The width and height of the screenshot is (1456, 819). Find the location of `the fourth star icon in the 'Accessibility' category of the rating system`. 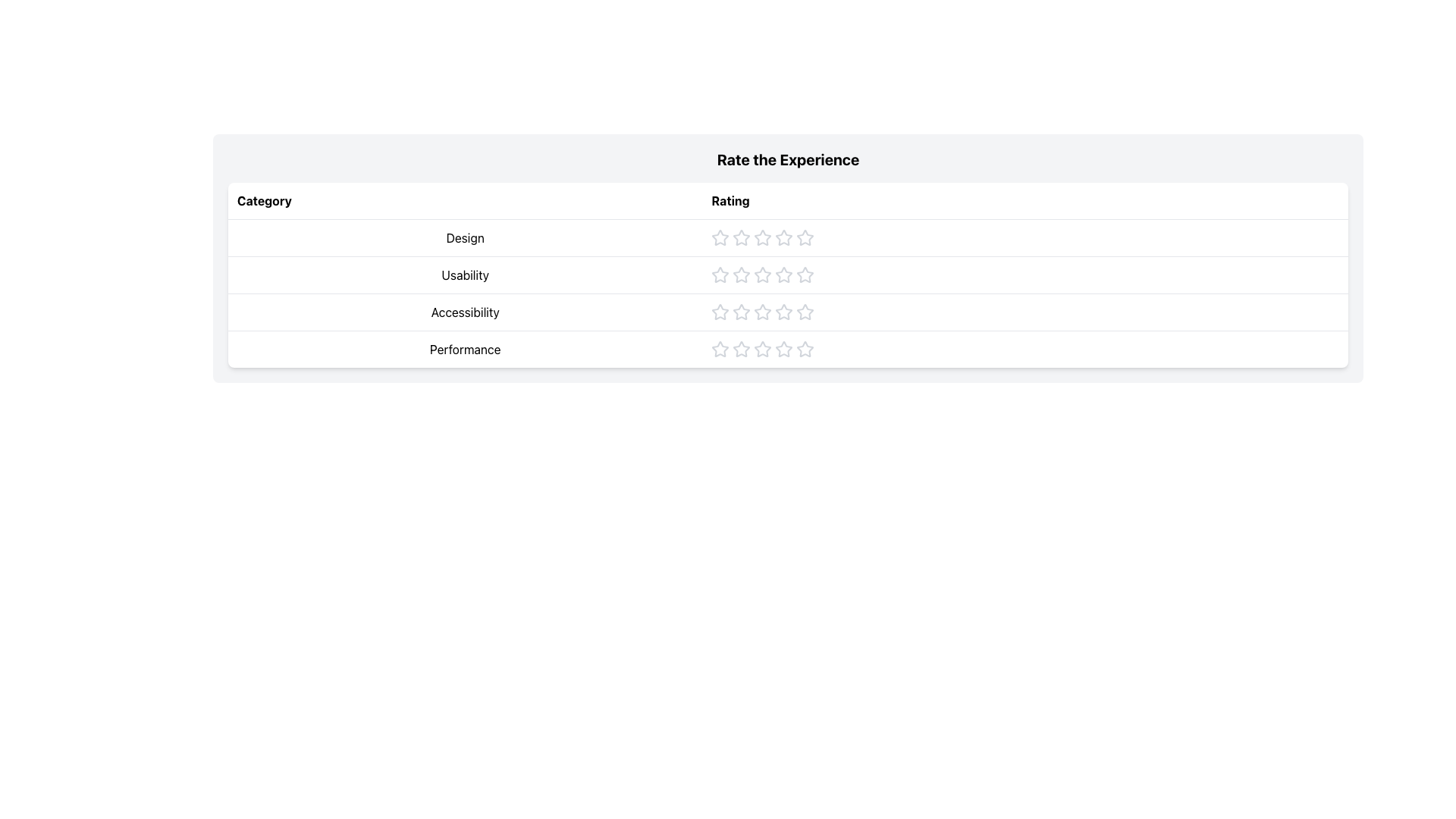

the fourth star icon in the 'Accessibility' category of the rating system is located at coordinates (784, 311).